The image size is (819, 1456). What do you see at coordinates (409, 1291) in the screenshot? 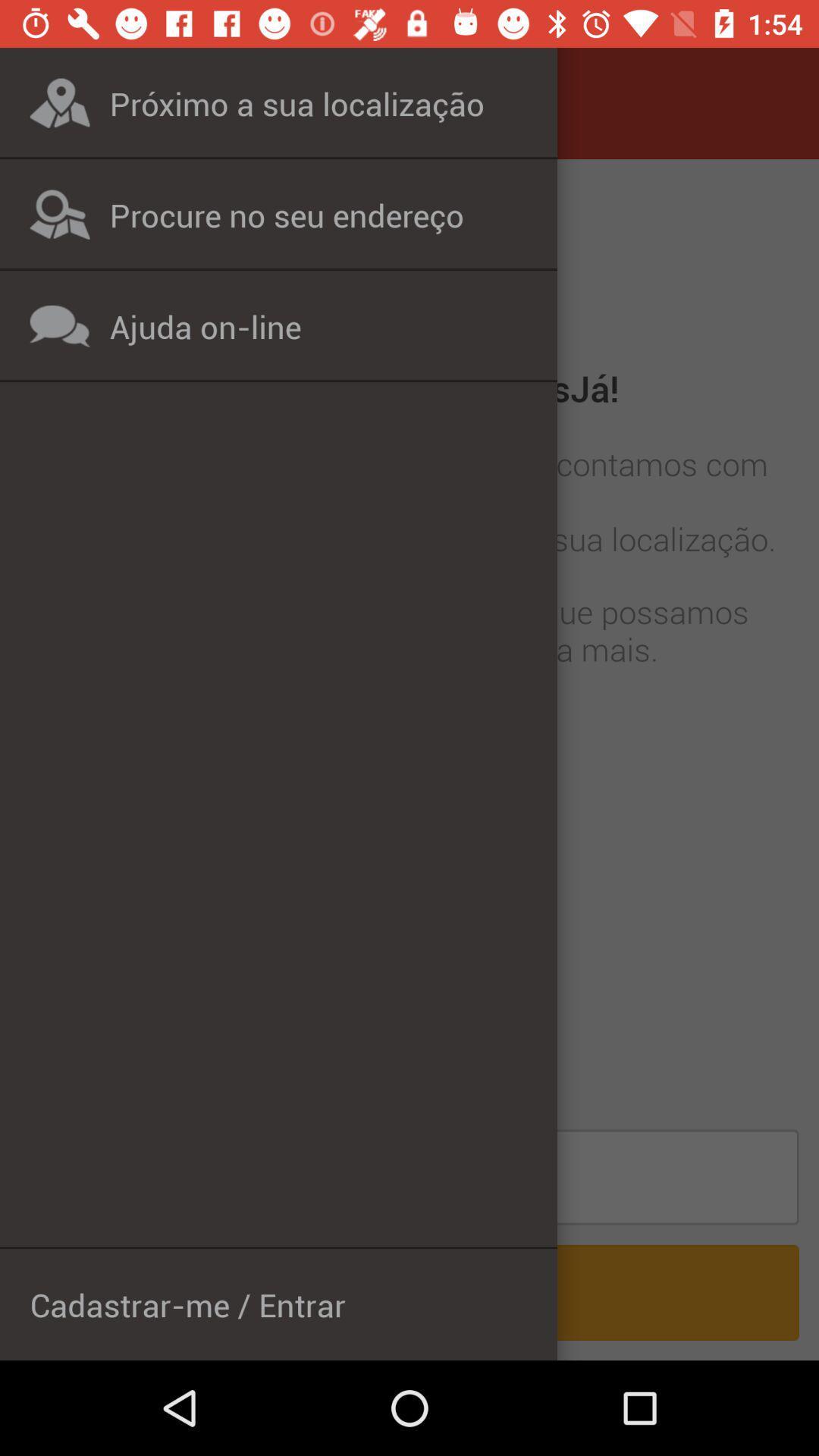
I see `the bottom line on the screen cadastrarme  entrar` at bounding box center [409, 1291].